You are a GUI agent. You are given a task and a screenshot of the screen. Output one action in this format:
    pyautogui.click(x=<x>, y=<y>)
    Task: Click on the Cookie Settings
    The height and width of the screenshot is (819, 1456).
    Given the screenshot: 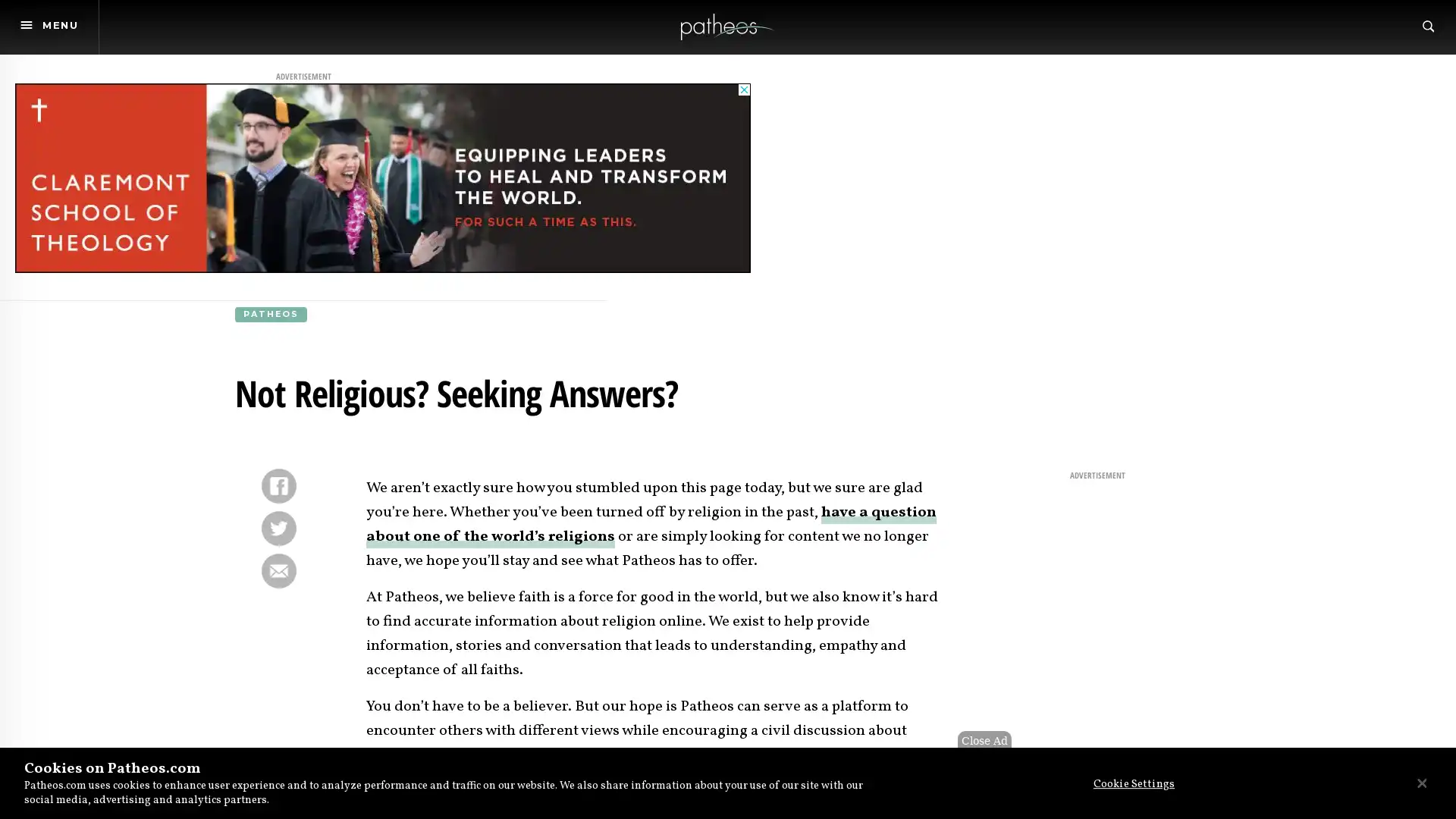 What is the action you would take?
    pyautogui.click(x=1129, y=784)
    